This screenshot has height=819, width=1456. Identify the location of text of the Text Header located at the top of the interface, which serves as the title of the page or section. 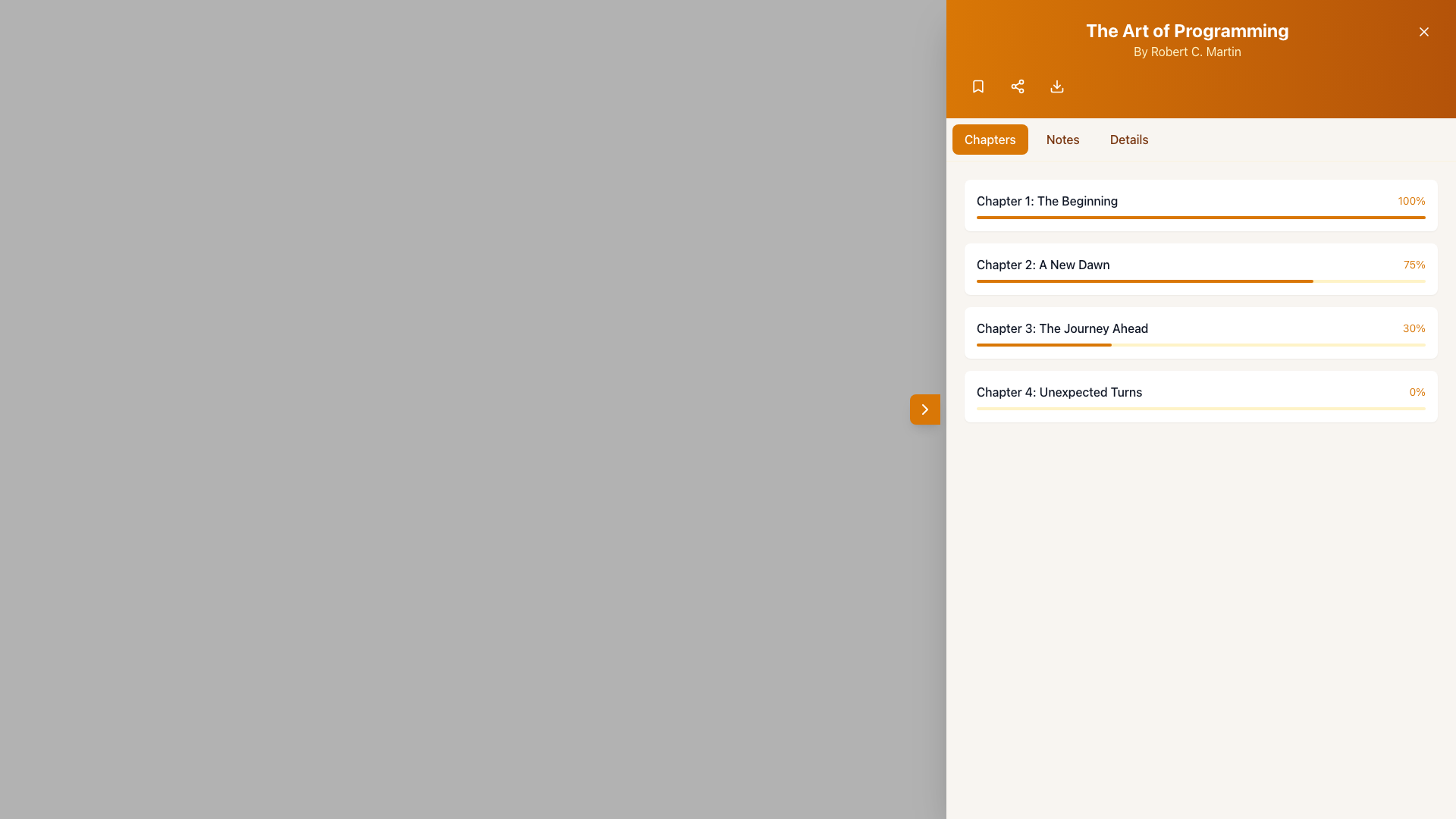
(1186, 30).